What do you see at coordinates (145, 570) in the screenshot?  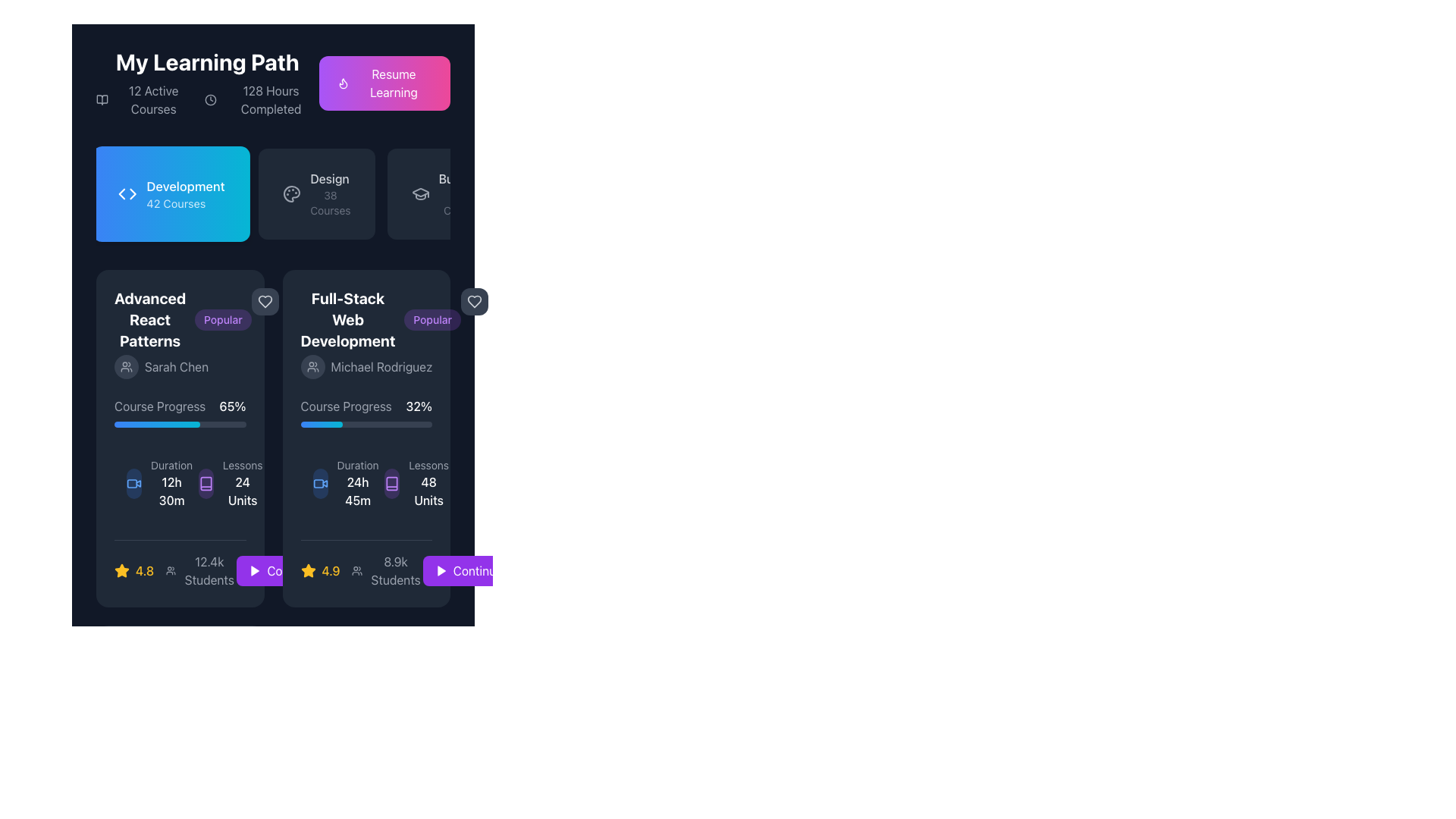 I see `the rating value text that displays course feedback or quality, located in the bottom section of the left card, aligned with a star icon and above the text '12.4k Students'` at bounding box center [145, 570].